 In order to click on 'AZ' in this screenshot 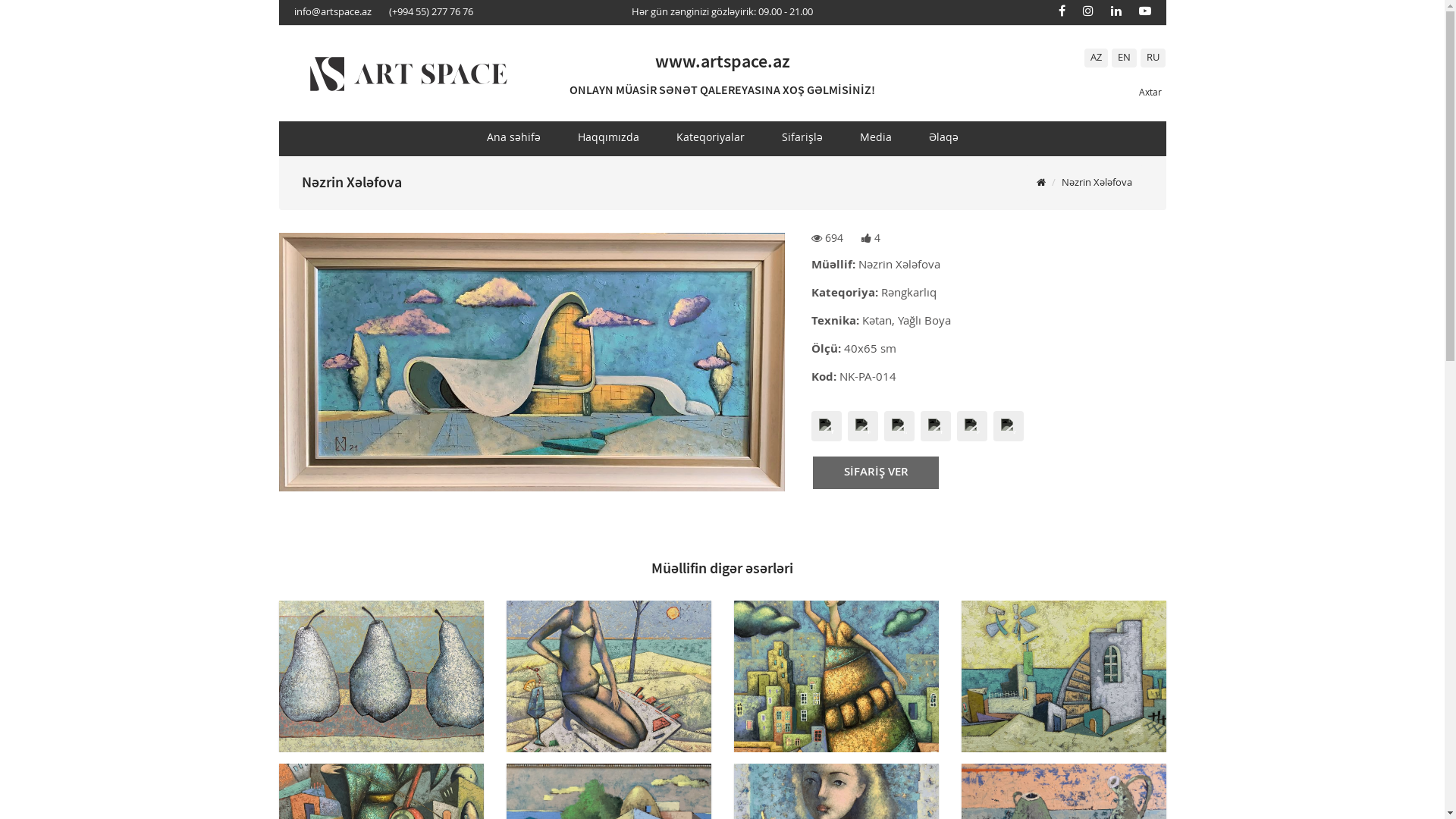, I will do `click(1096, 57)`.